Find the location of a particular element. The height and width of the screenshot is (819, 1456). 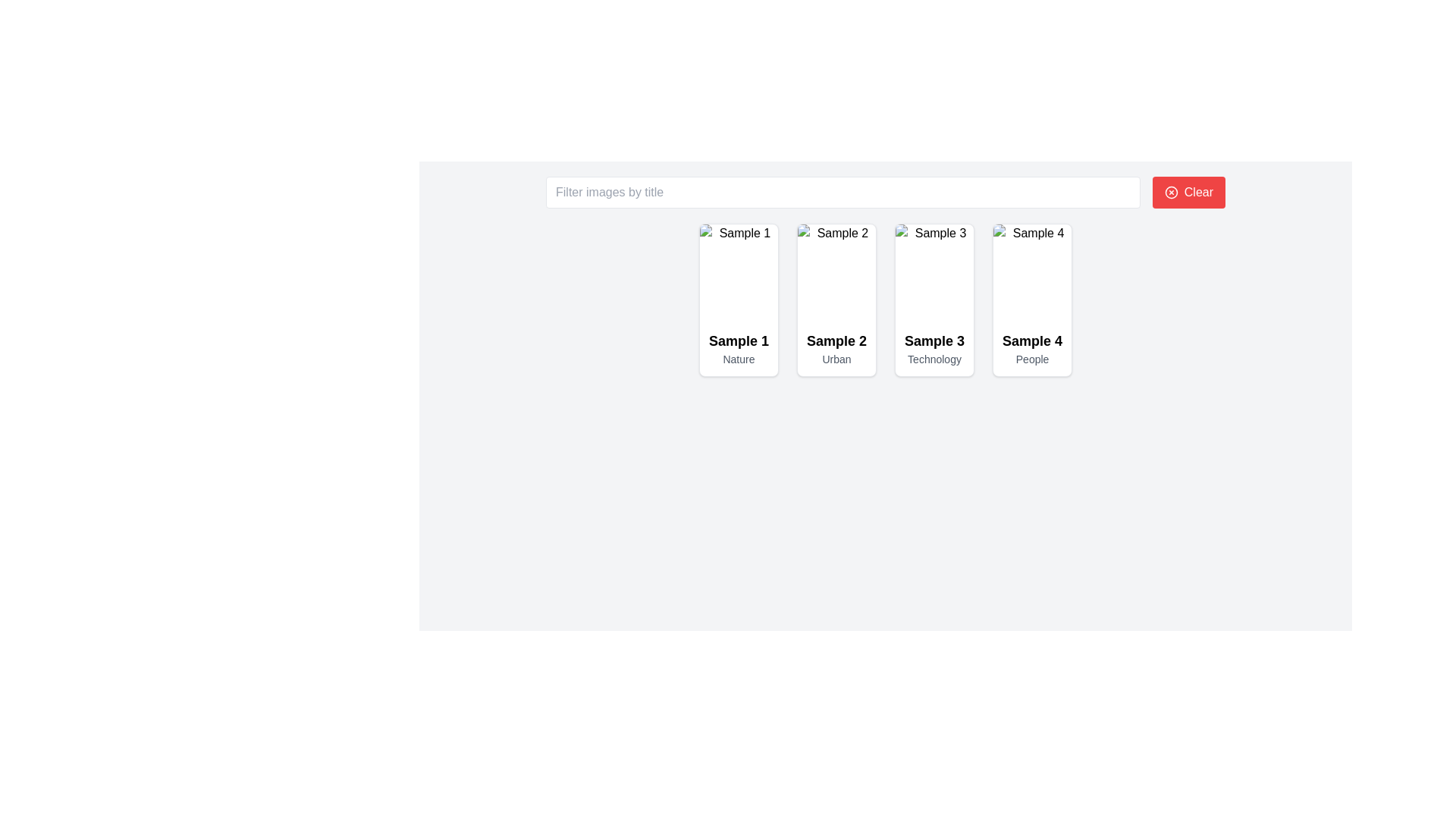

text content of the label displaying 'People', which is located beneath the title 'Sample 4' is located at coordinates (1031, 359).